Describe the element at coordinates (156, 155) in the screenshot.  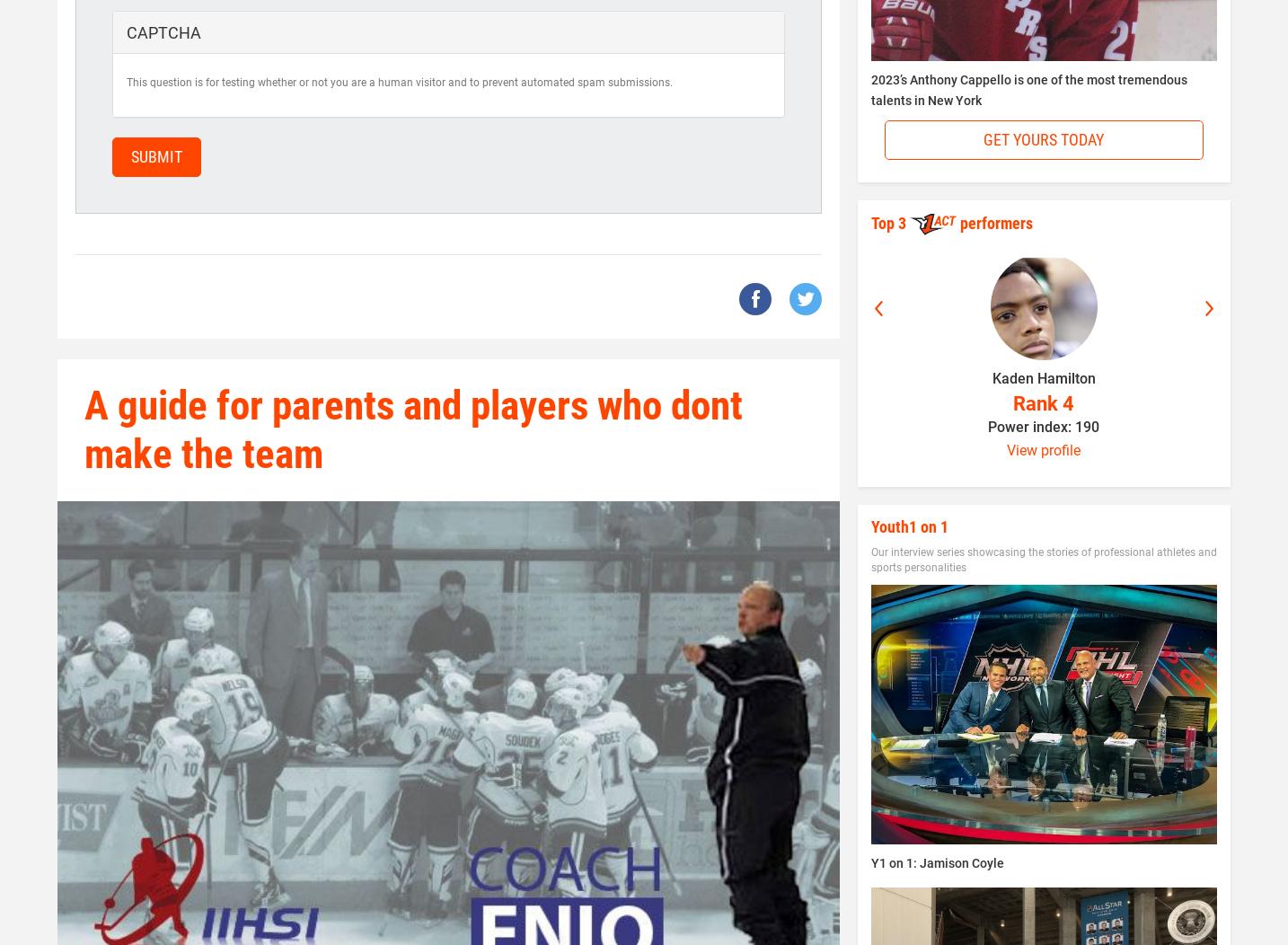
I see `'Submit'` at that location.